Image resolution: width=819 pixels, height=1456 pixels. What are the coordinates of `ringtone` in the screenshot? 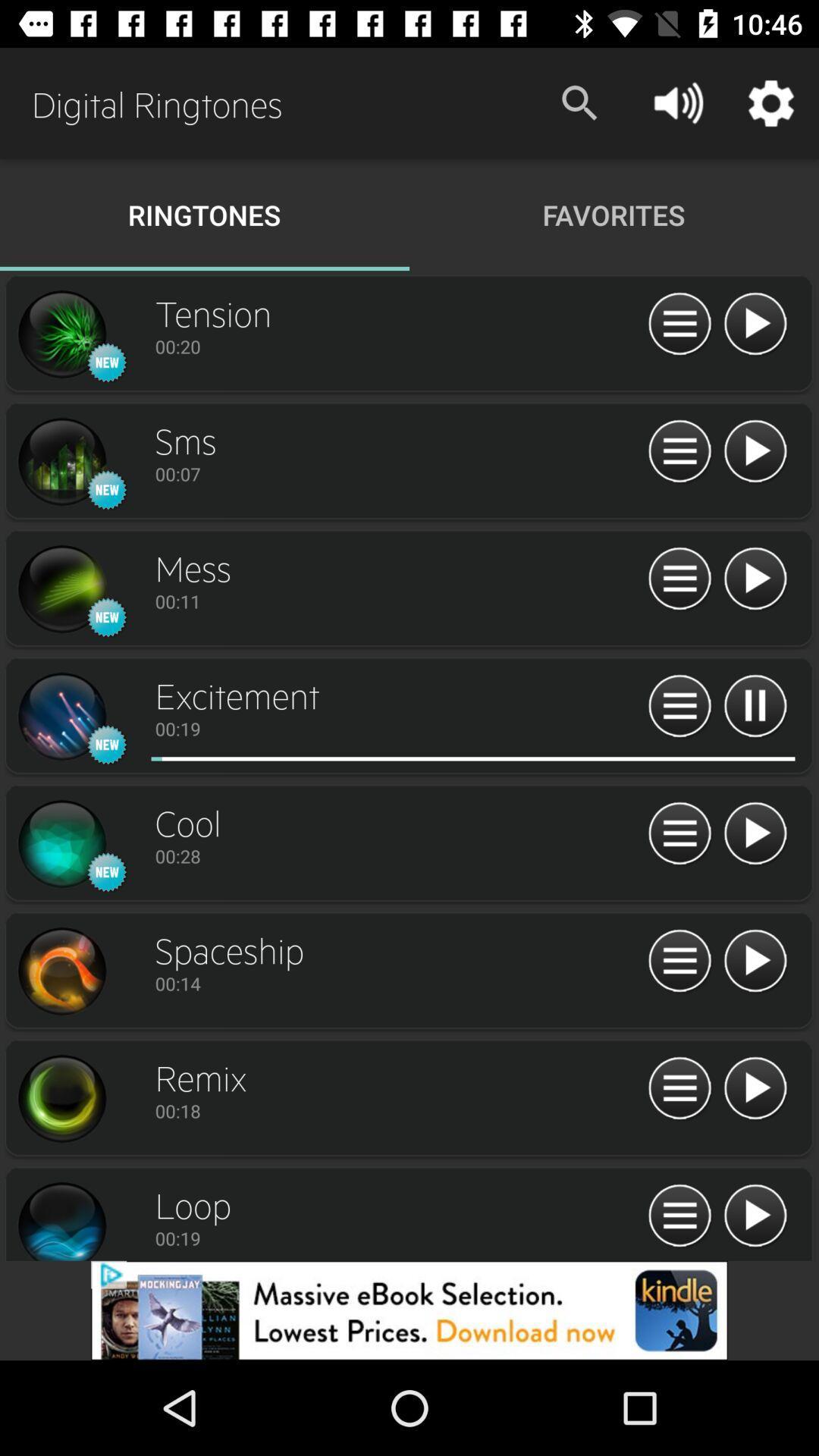 It's located at (755, 1088).